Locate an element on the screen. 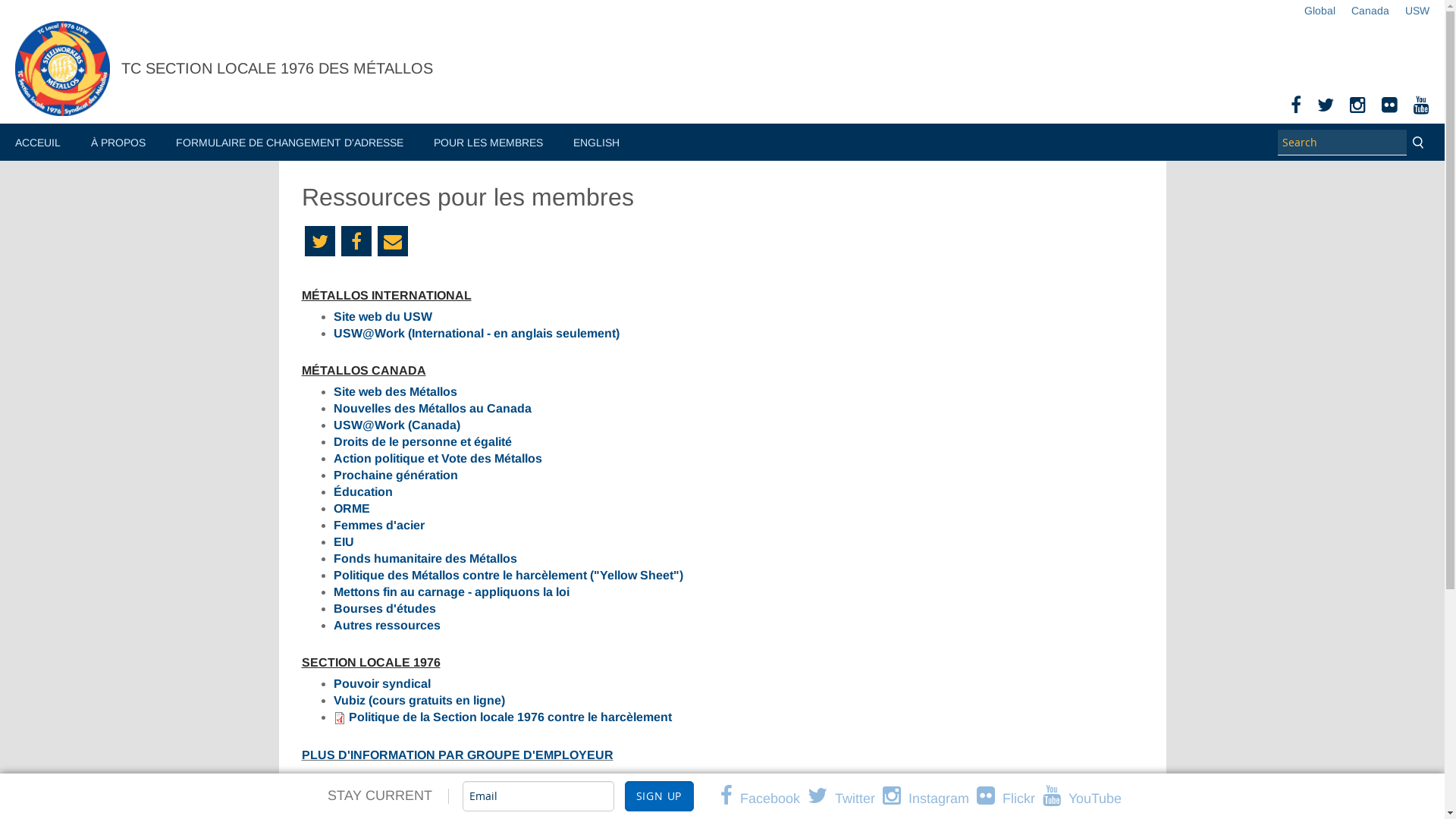  'Site web du USW' is located at coordinates (382, 315).